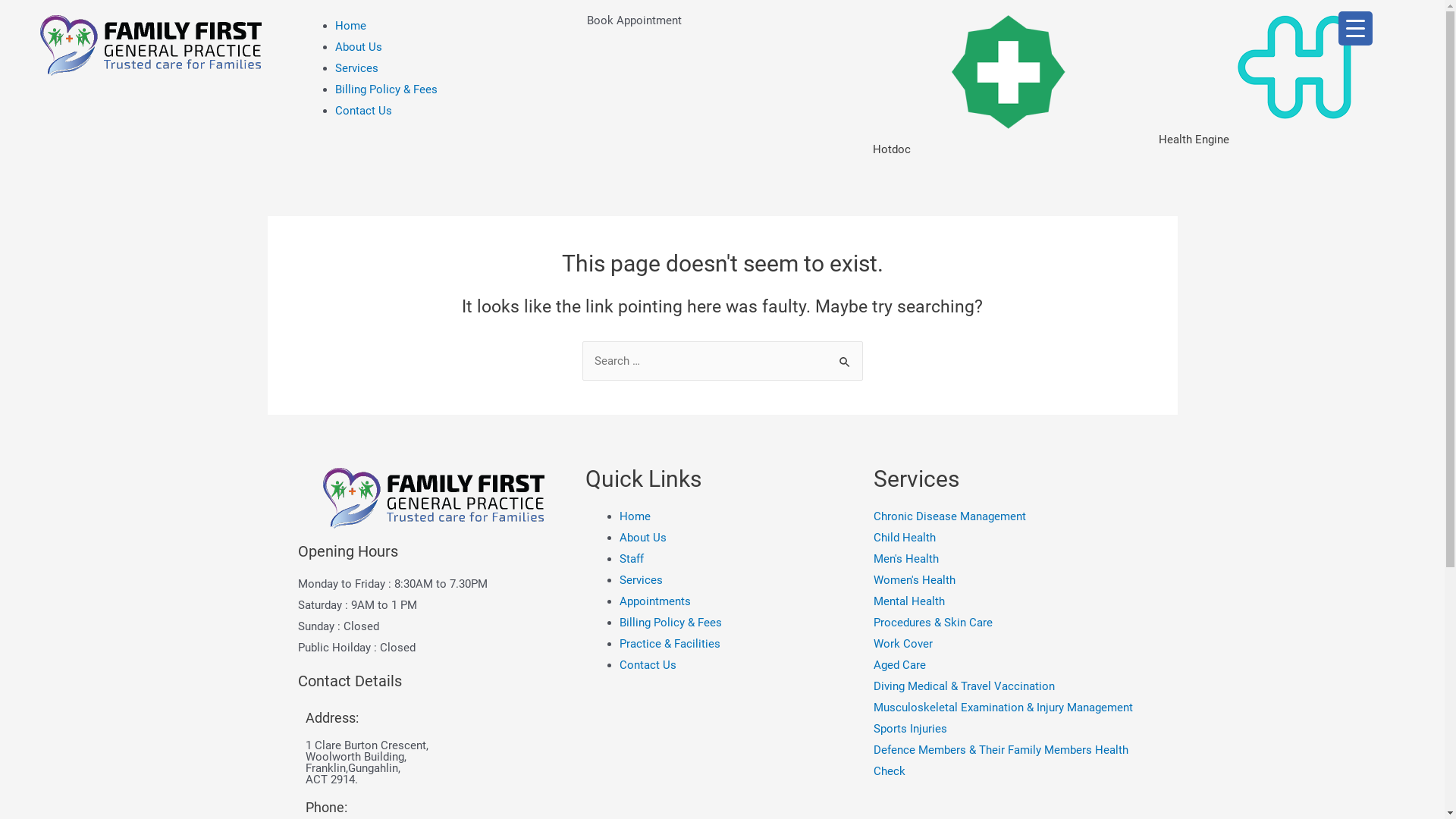 The width and height of the screenshot is (1456, 819). I want to click on 'Child Health', so click(874, 537).